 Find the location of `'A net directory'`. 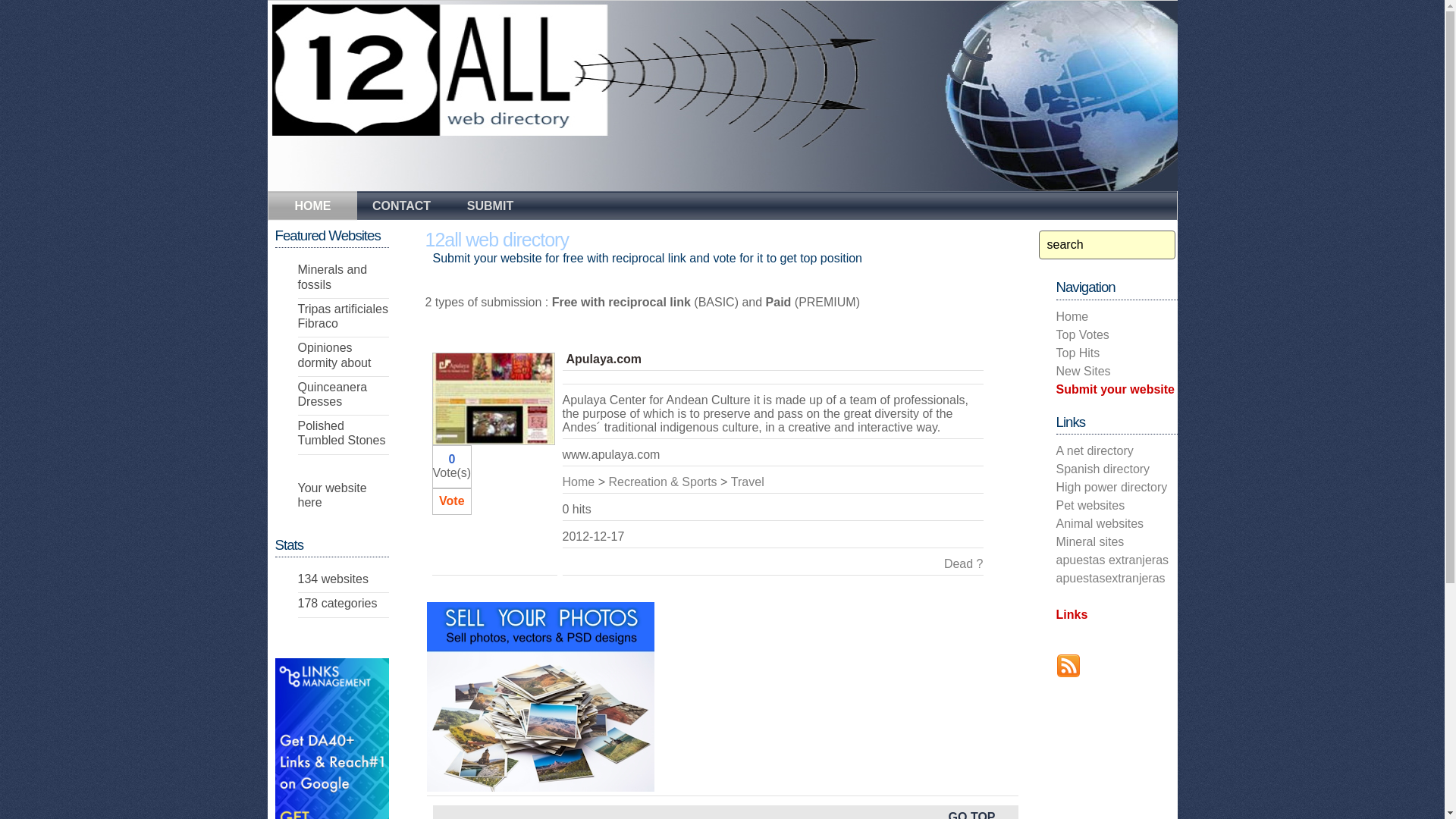

'A net directory' is located at coordinates (1094, 450).